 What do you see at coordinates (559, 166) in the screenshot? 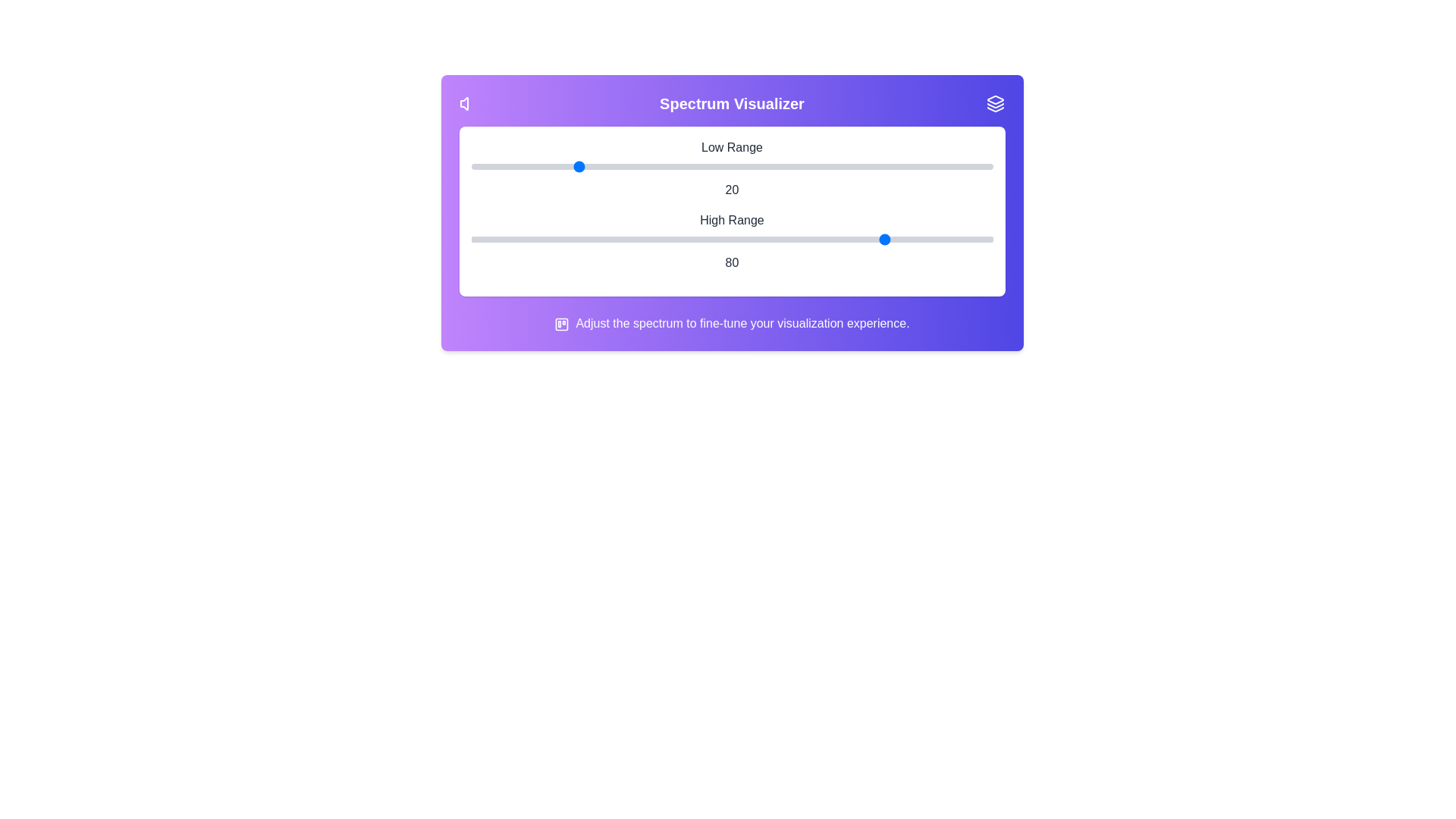
I see `the 0 slider to the value 17` at bounding box center [559, 166].